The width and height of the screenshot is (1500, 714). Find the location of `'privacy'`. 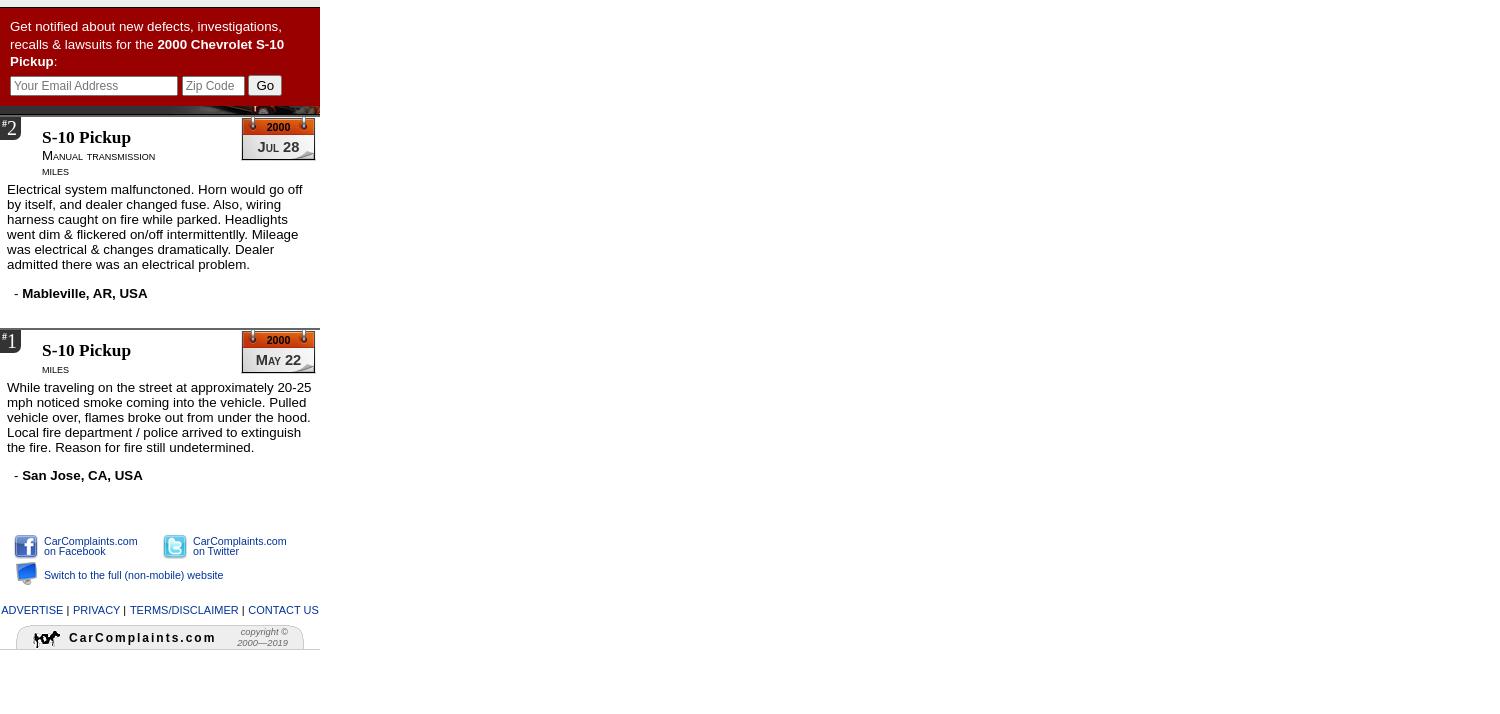

'privacy' is located at coordinates (95, 607).